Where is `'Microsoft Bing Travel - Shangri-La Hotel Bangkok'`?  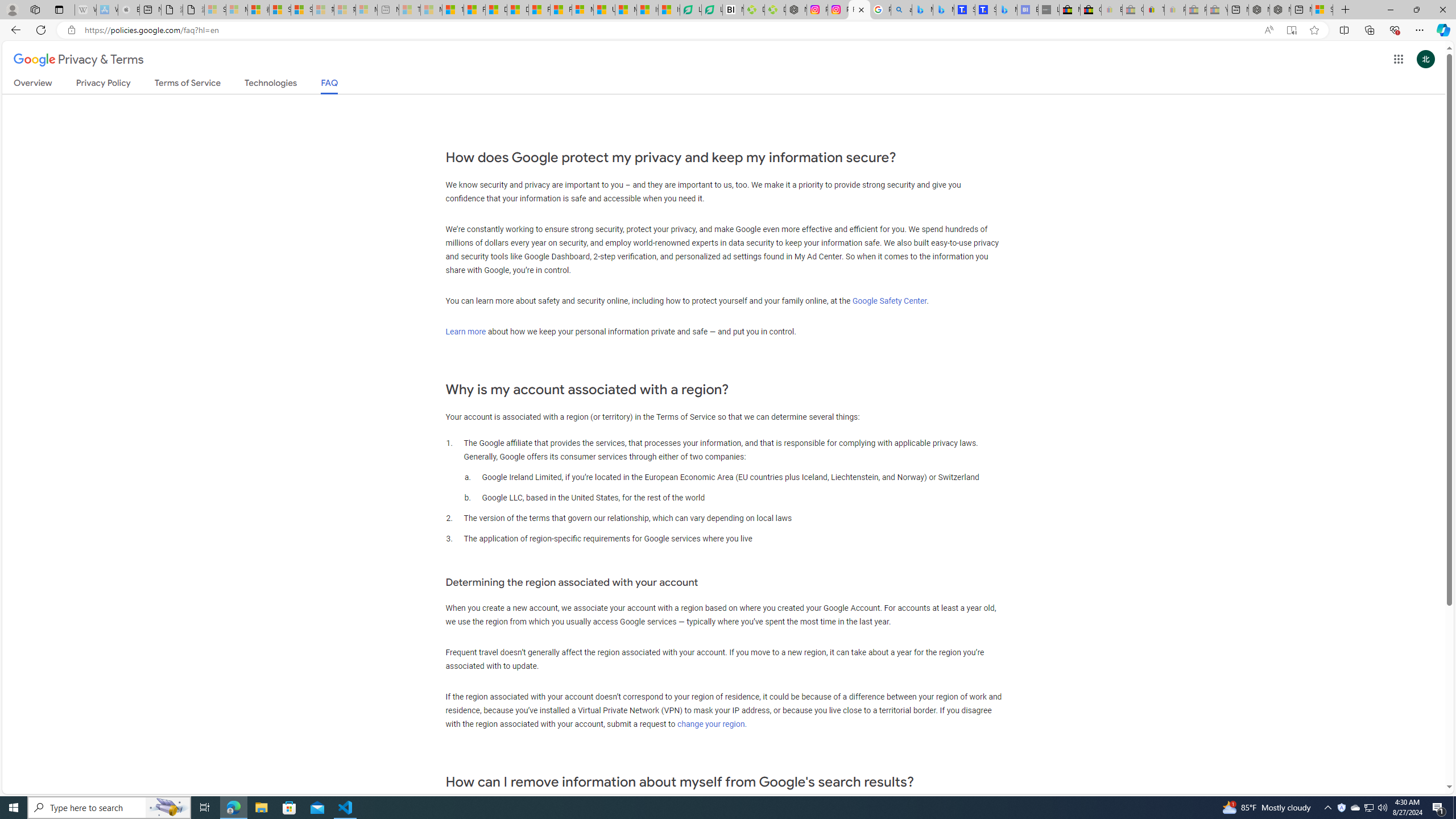 'Microsoft Bing Travel - Shangri-La Hotel Bangkok' is located at coordinates (1006, 9).